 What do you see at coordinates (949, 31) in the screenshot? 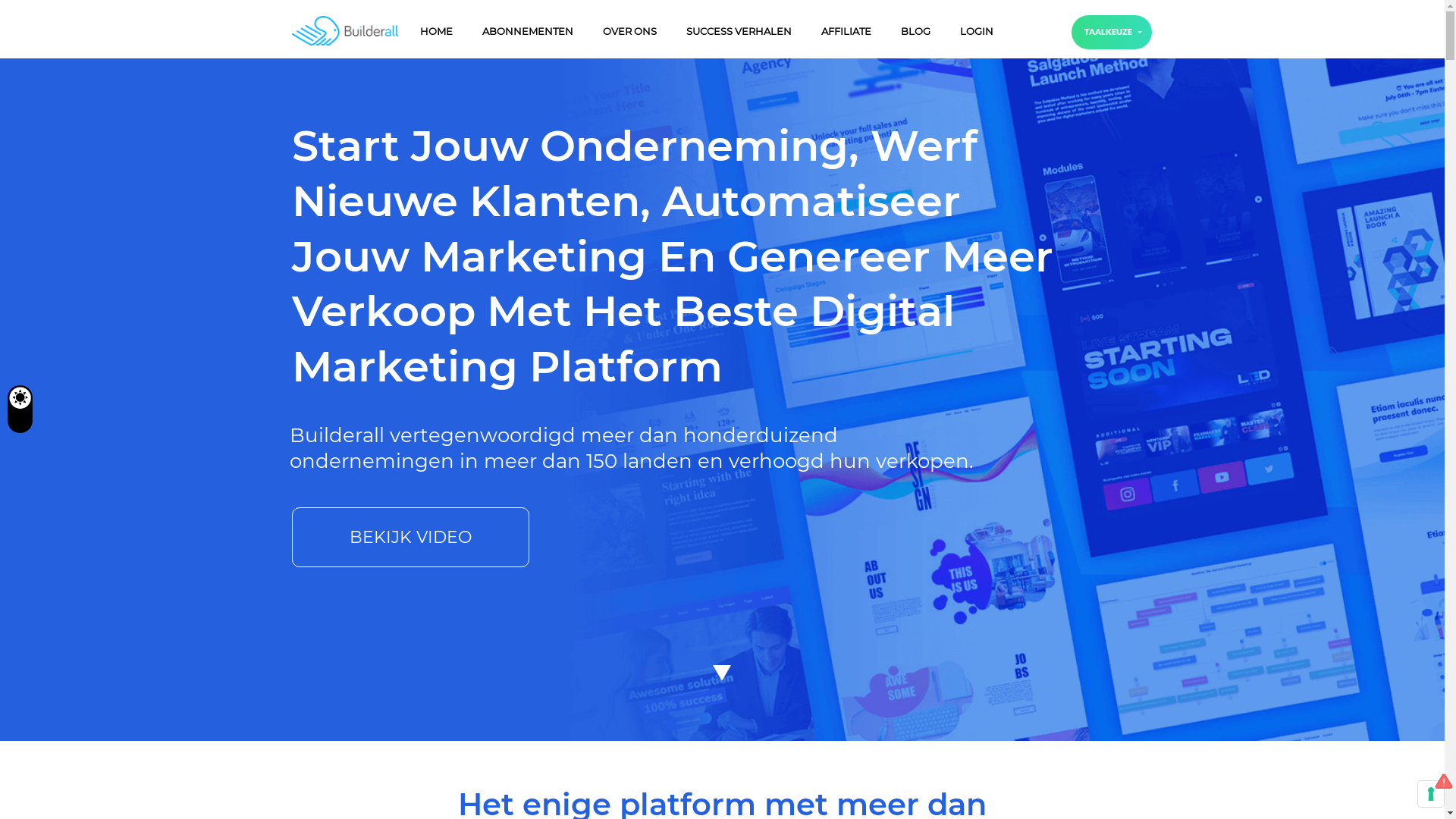
I see `'LOGIN'` at bounding box center [949, 31].